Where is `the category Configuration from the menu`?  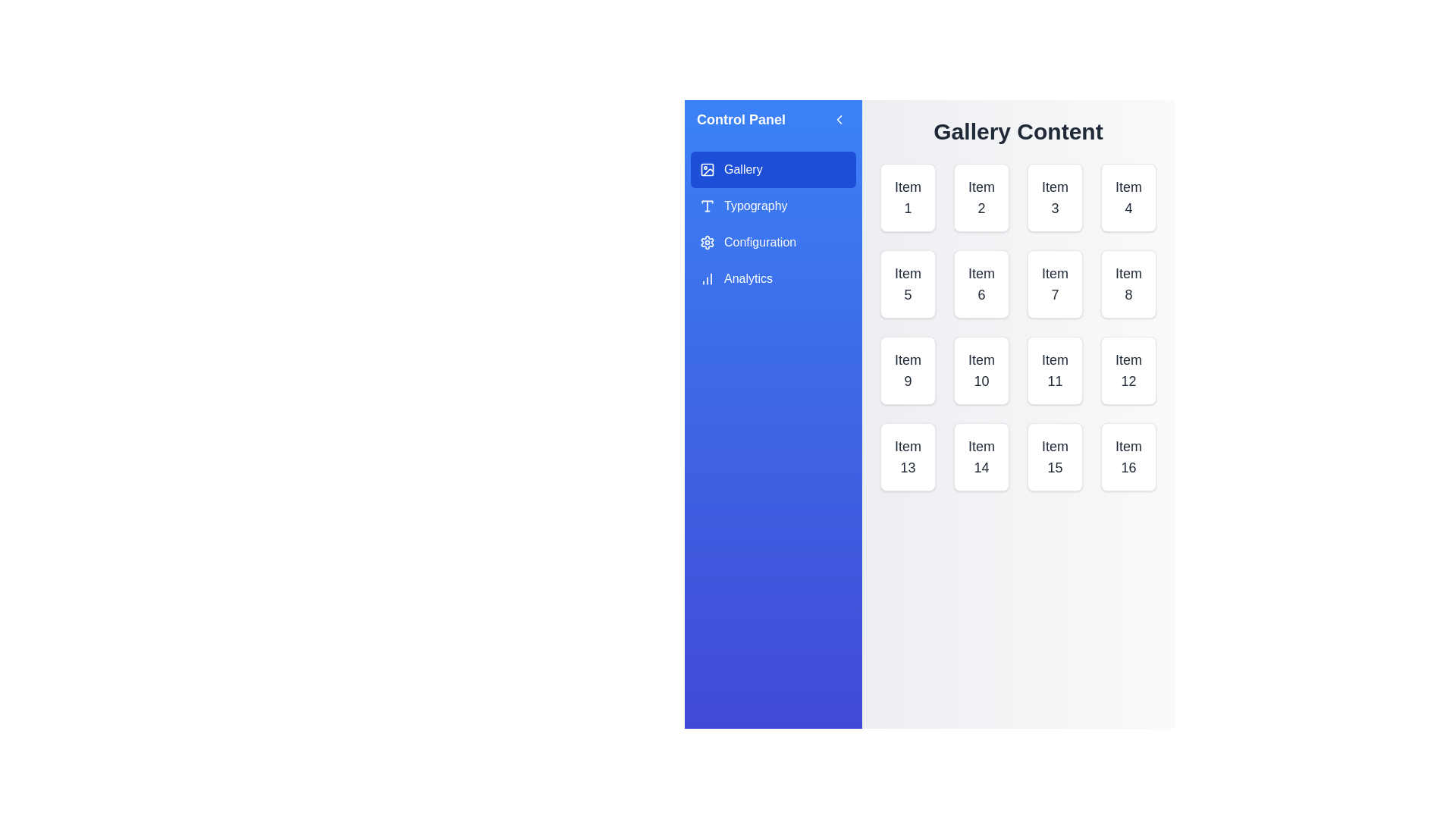 the category Configuration from the menu is located at coordinates (773, 242).